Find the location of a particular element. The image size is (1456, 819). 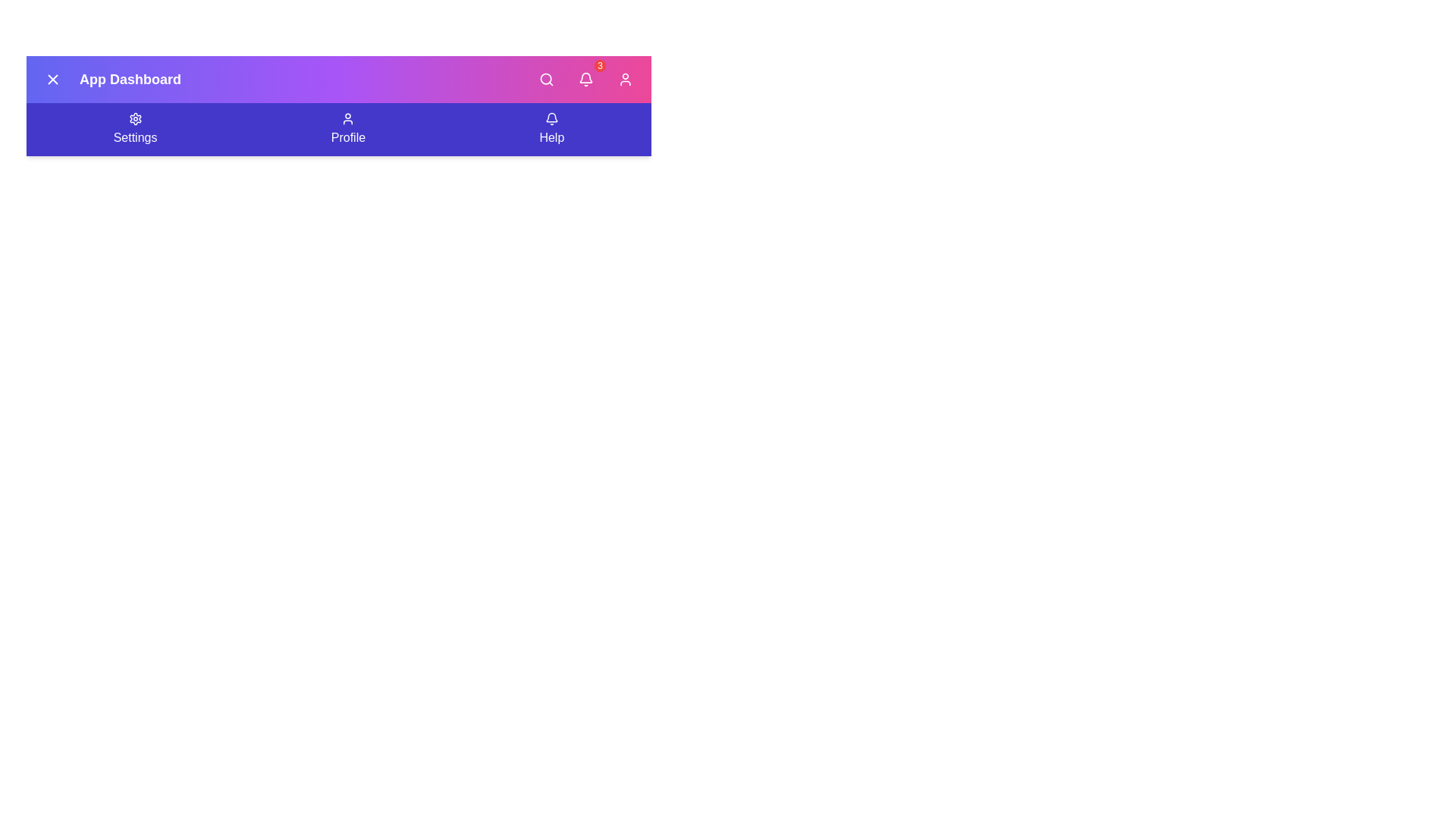

the 'Profile' button in the navigation bar is located at coordinates (347, 128).